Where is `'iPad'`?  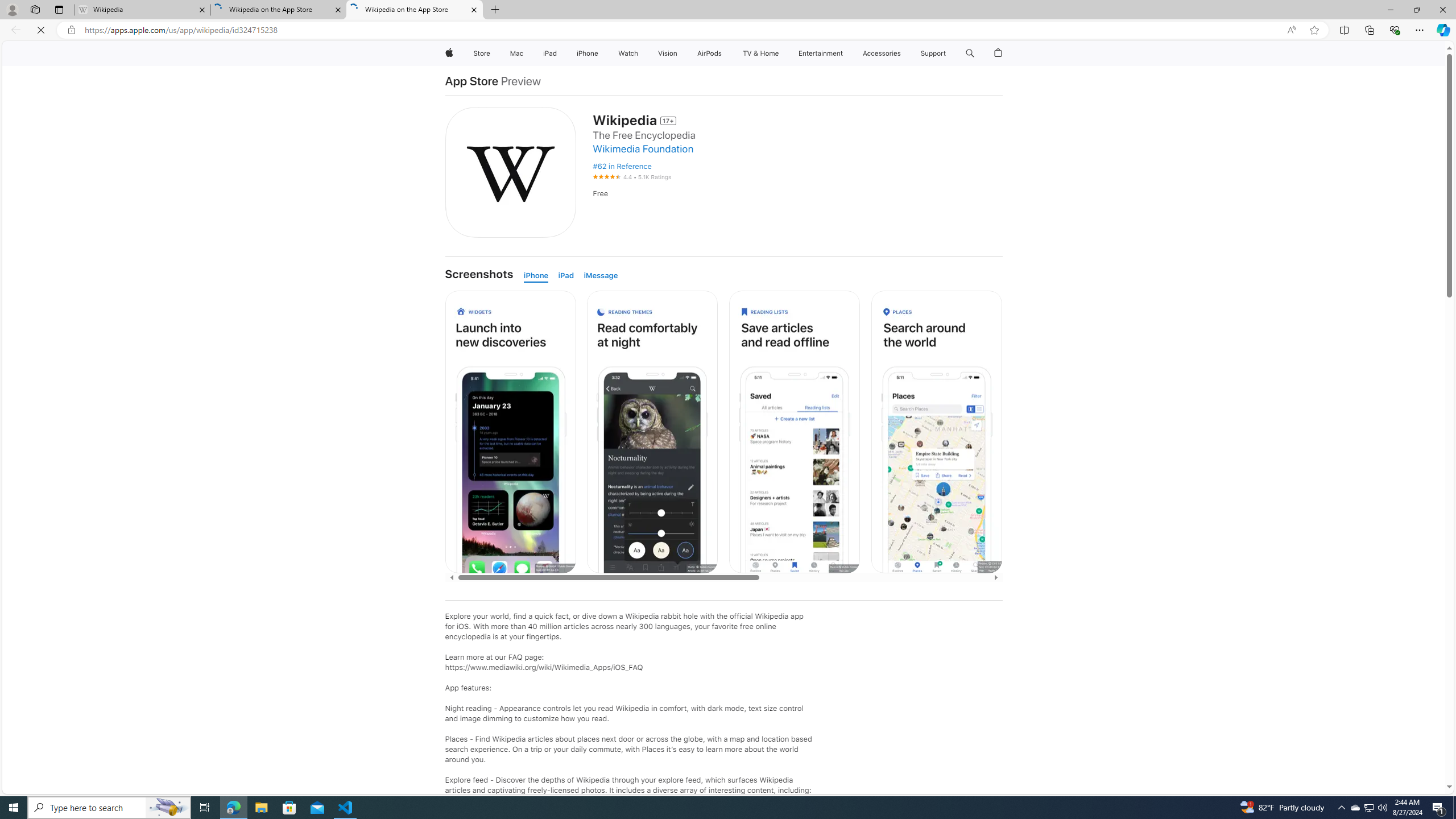 'iPad' is located at coordinates (568, 276).